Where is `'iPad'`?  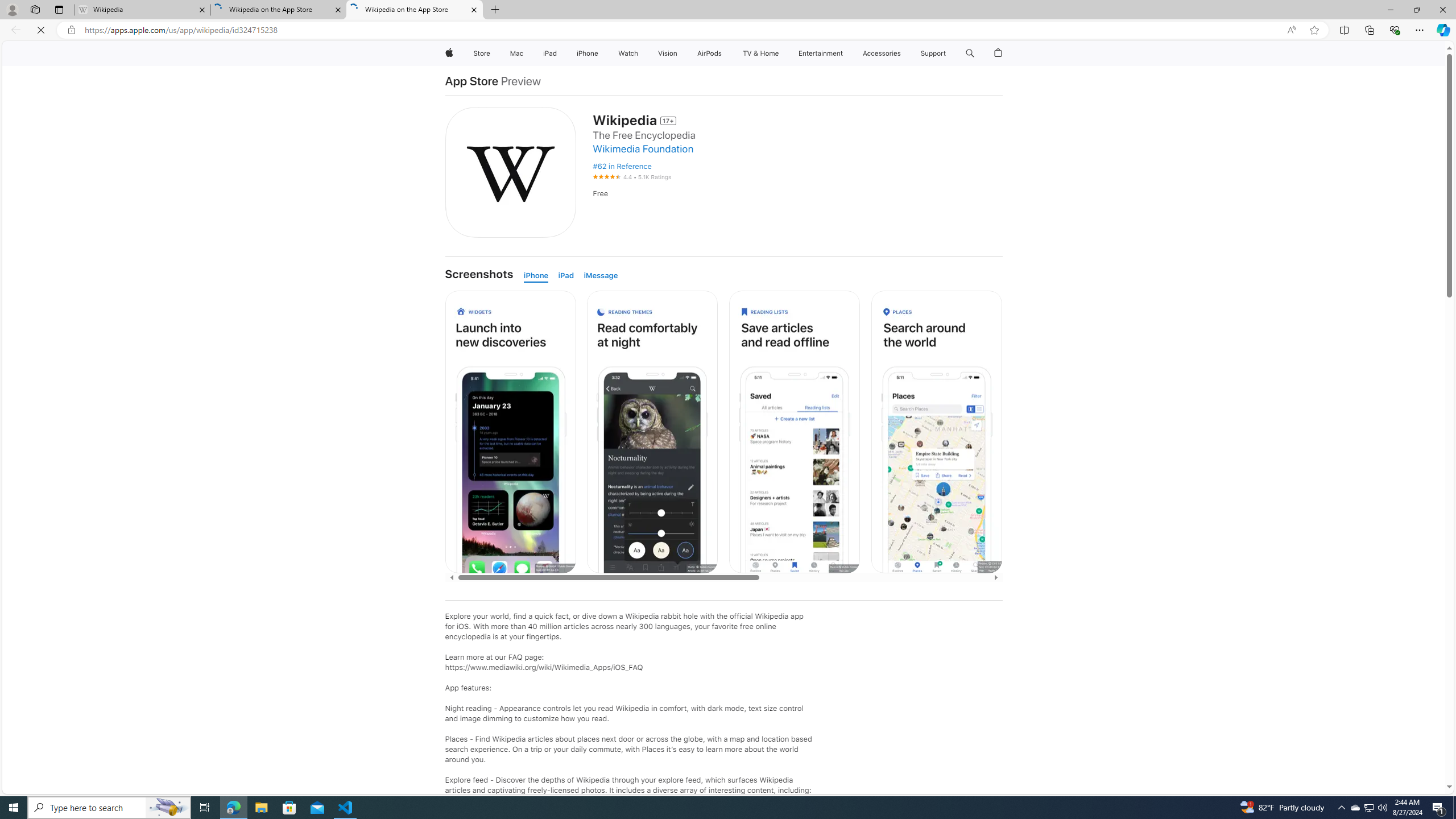 'iPad' is located at coordinates (568, 276).